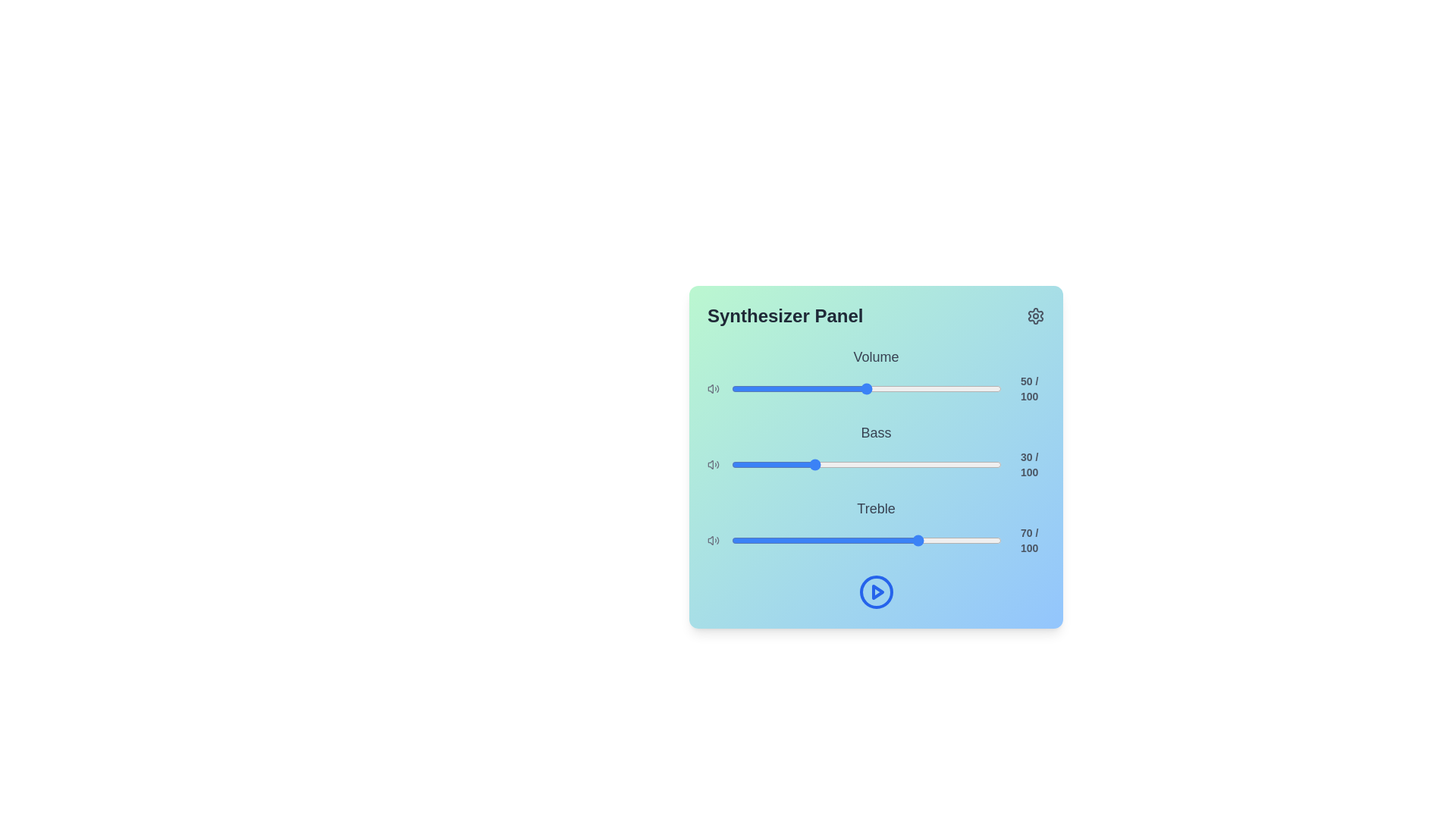 Image resolution: width=1456 pixels, height=819 pixels. Describe the element at coordinates (814, 540) in the screenshot. I see `the treble slider to 31 value` at that location.